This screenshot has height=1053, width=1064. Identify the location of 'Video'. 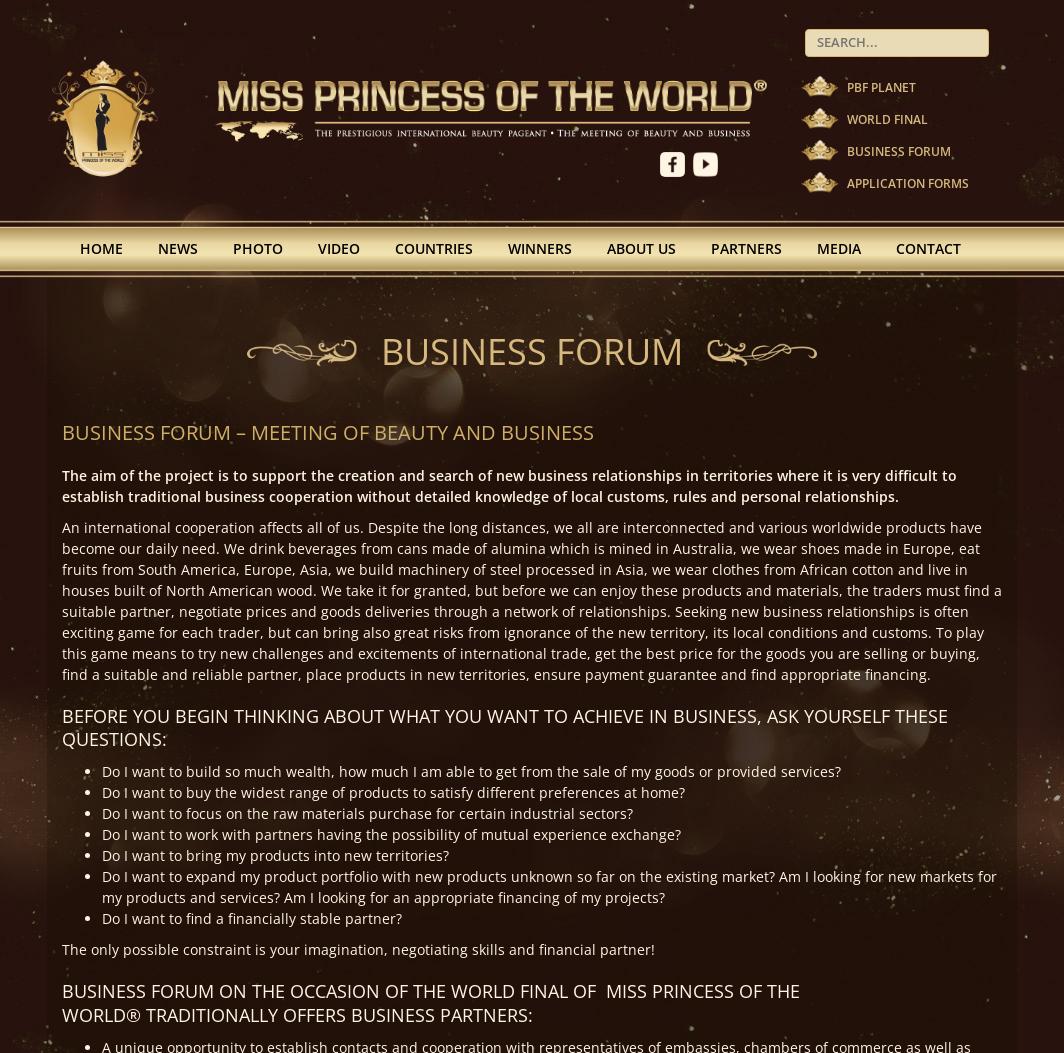
(318, 246).